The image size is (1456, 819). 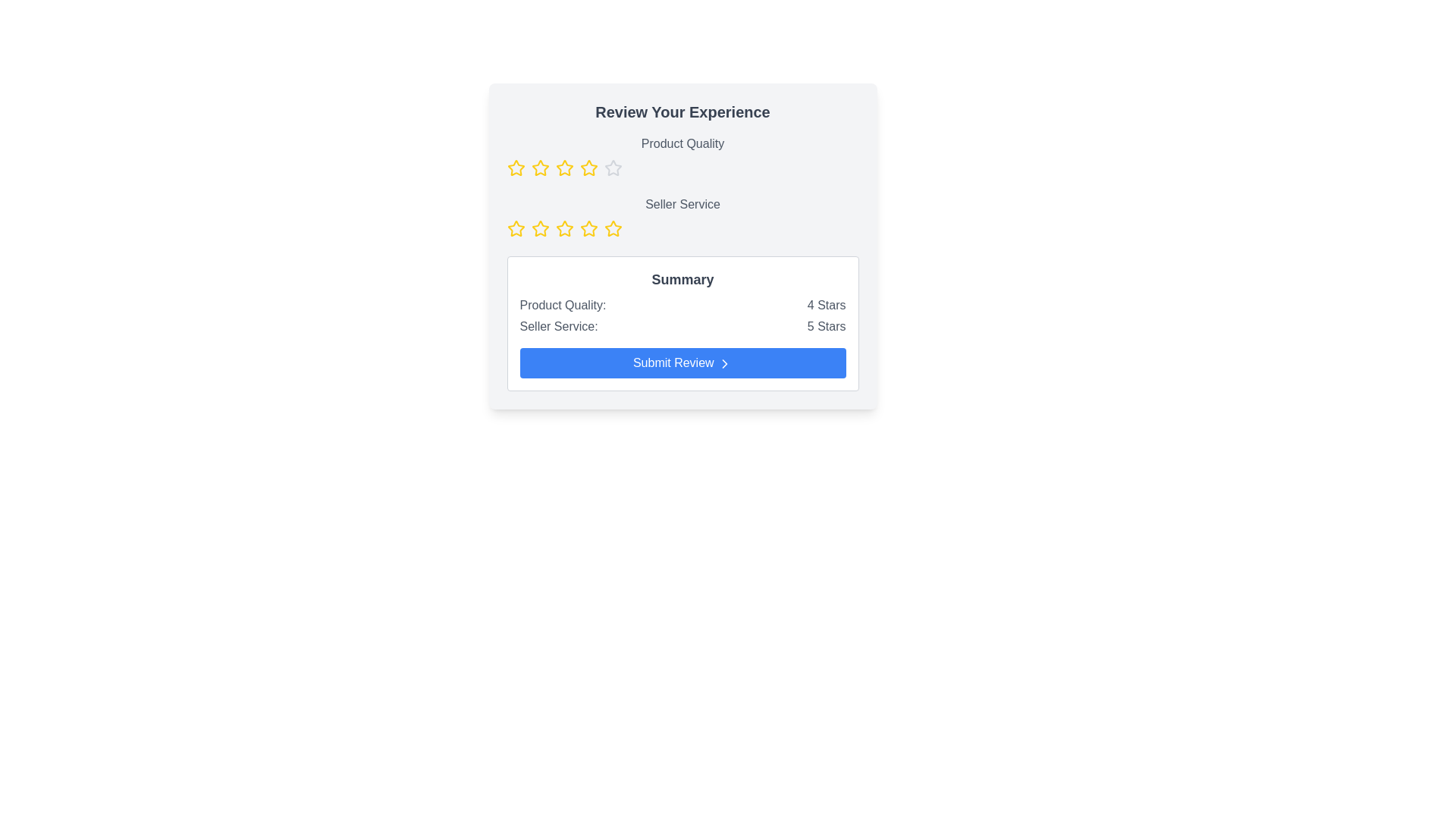 What do you see at coordinates (563, 228) in the screenshot?
I see `the fourth star icon with a yellow border` at bounding box center [563, 228].